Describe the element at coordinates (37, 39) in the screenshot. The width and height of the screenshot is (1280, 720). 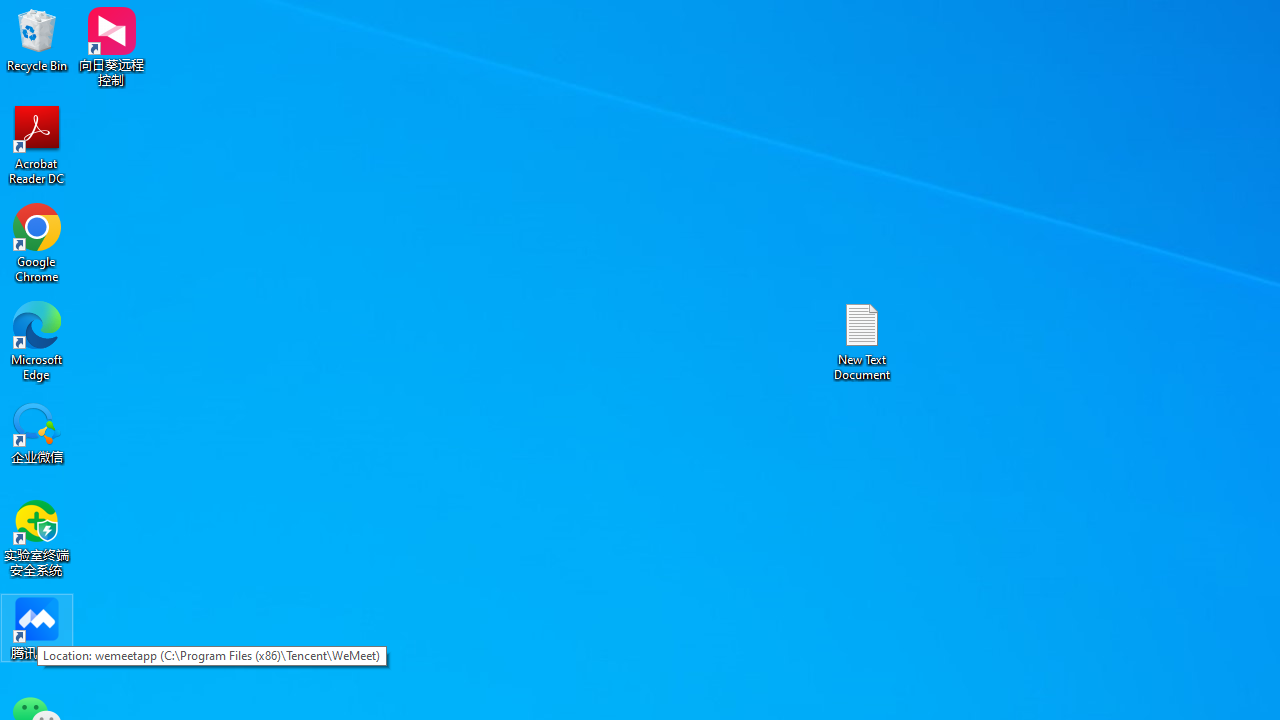
I see `'Recycle Bin'` at that location.